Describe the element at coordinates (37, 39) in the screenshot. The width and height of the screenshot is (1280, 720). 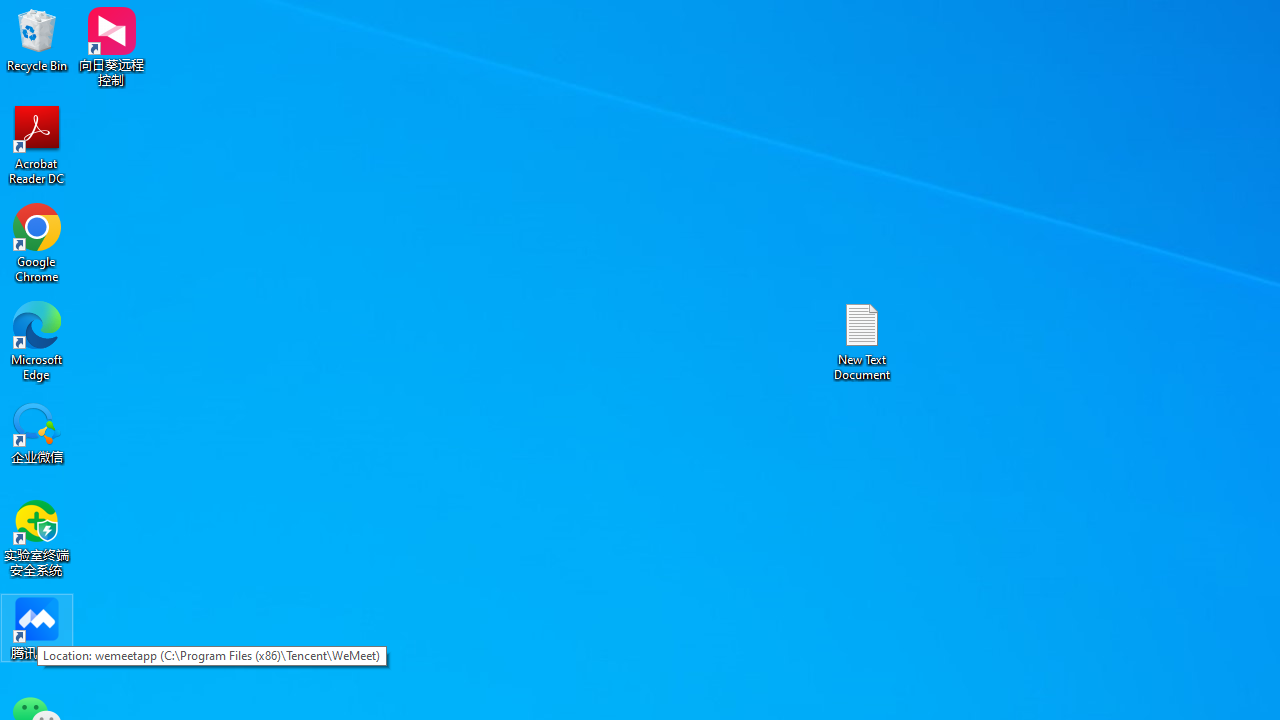
I see `'Recycle Bin'` at that location.